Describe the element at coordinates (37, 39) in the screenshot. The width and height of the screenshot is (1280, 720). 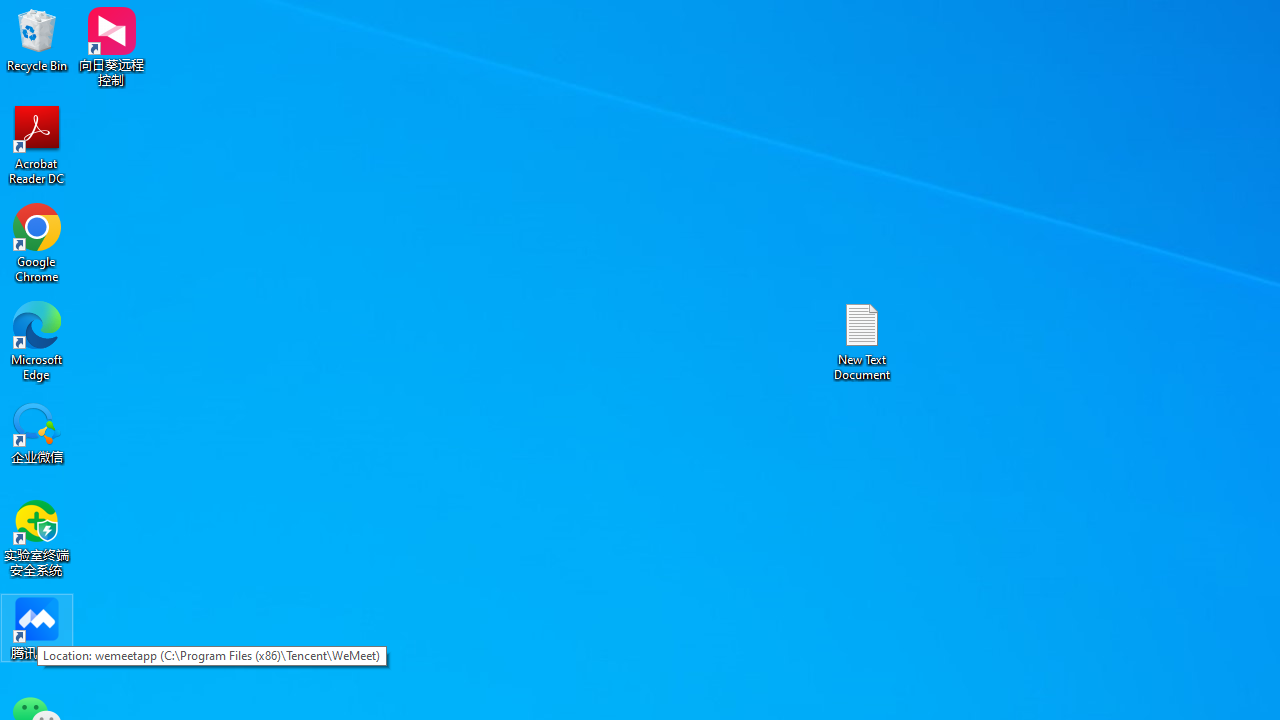
I see `'Recycle Bin'` at that location.